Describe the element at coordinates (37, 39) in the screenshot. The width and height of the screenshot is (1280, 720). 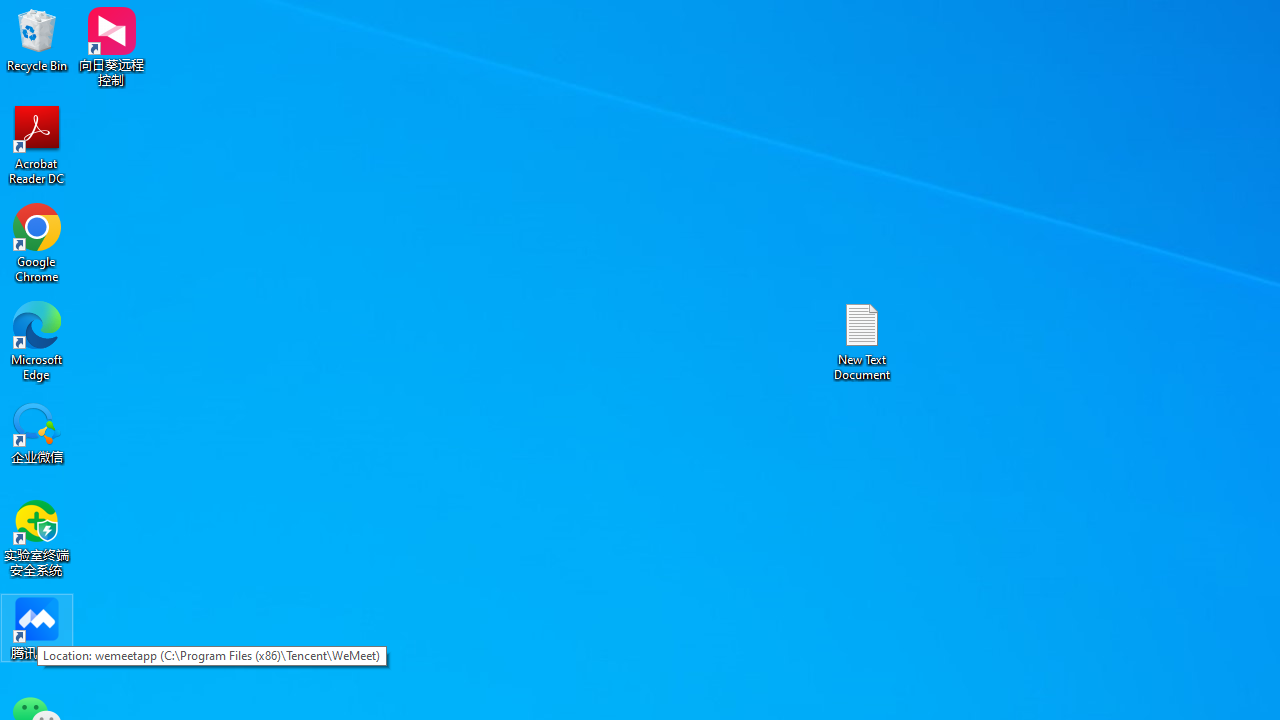
I see `'Recycle Bin'` at that location.